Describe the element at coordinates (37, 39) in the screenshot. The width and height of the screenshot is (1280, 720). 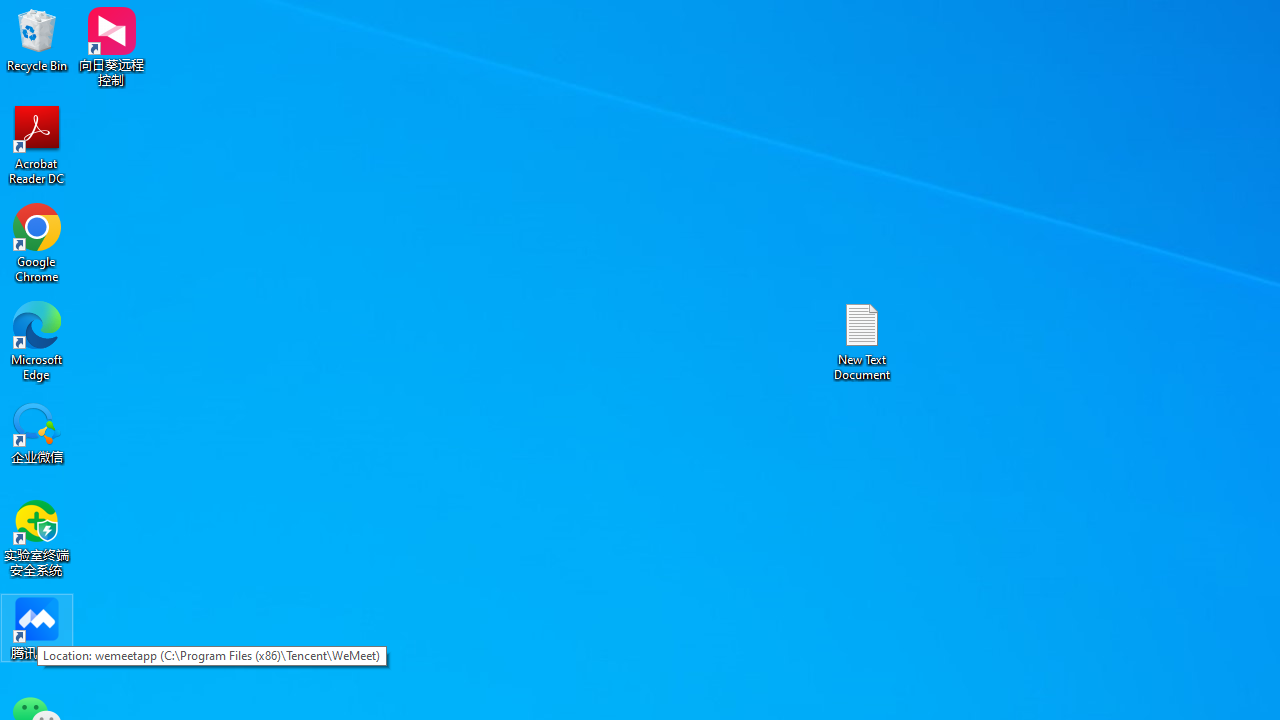
I see `'Recycle Bin'` at that location.